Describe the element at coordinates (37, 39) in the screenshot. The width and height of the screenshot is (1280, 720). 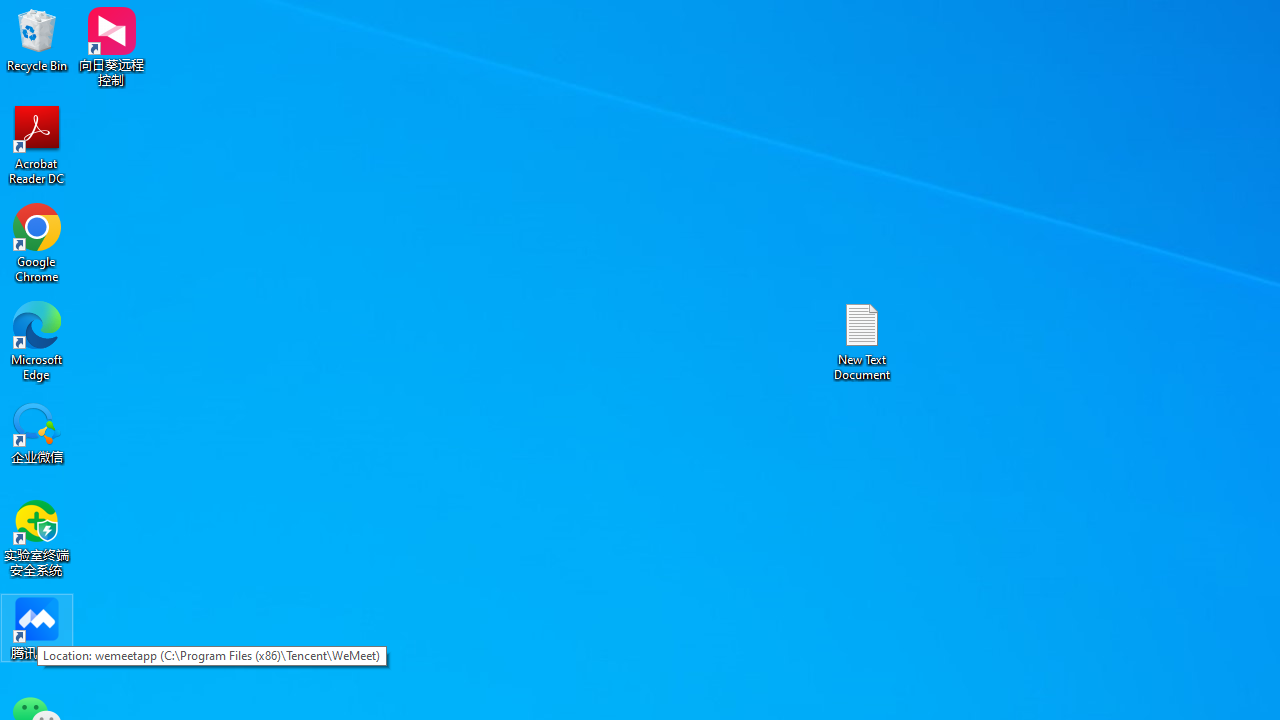
I see `'Recycle Bin'` at that location.